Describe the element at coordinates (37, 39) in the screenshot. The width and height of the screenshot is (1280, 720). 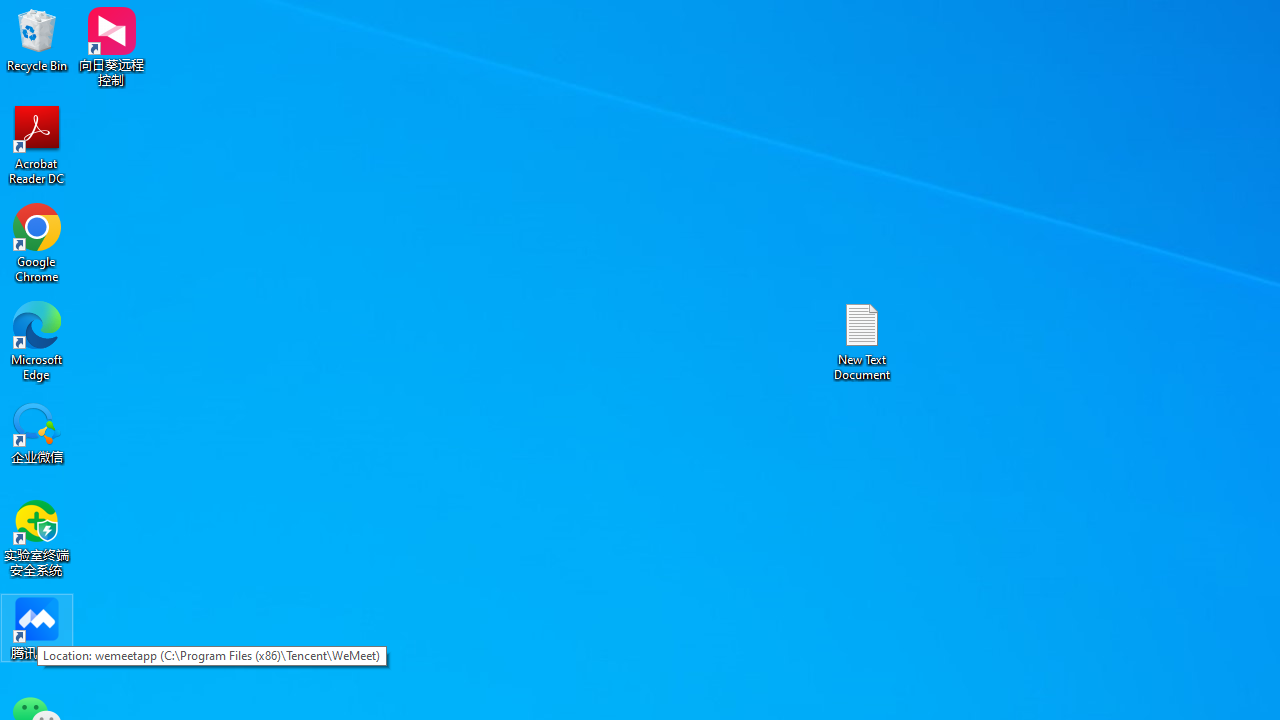
I see `'Recycle Bin'` at that location.